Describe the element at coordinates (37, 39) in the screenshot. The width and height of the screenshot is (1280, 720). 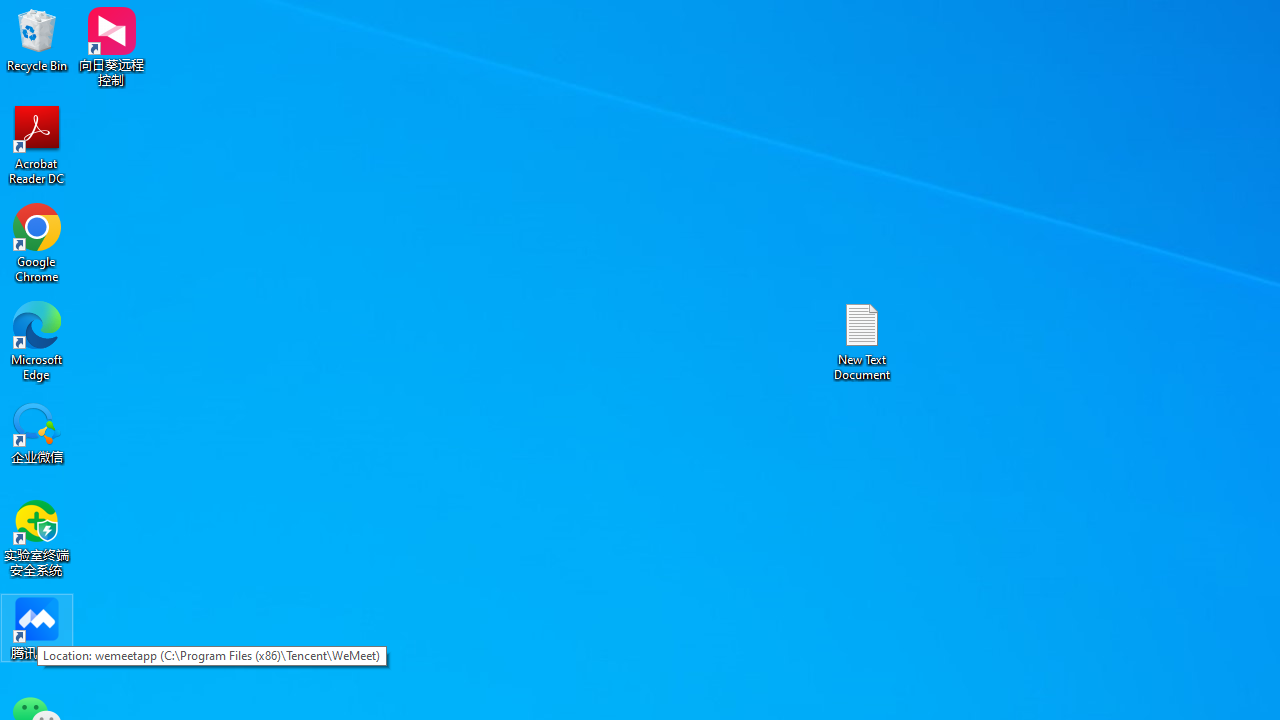
I see `'Recycle Bin'` at that location.